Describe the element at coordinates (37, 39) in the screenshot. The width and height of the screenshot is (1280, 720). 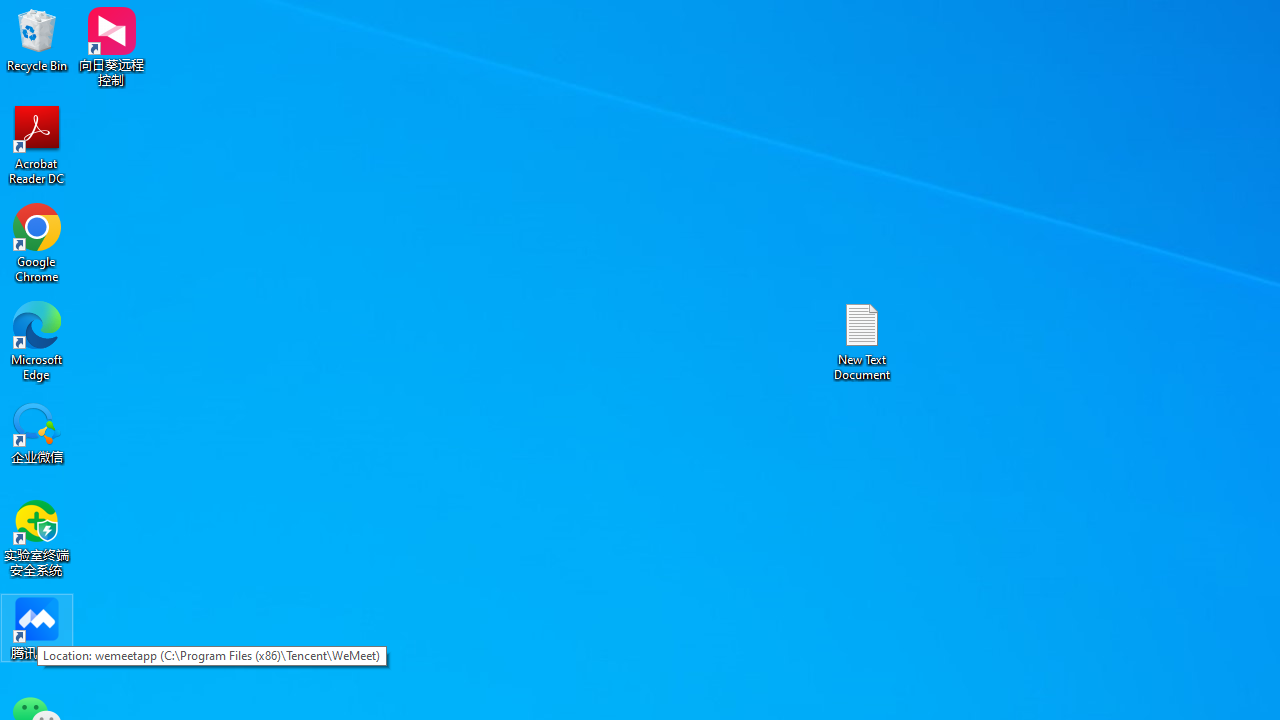
I see `'Recycle Bin'` at that location.